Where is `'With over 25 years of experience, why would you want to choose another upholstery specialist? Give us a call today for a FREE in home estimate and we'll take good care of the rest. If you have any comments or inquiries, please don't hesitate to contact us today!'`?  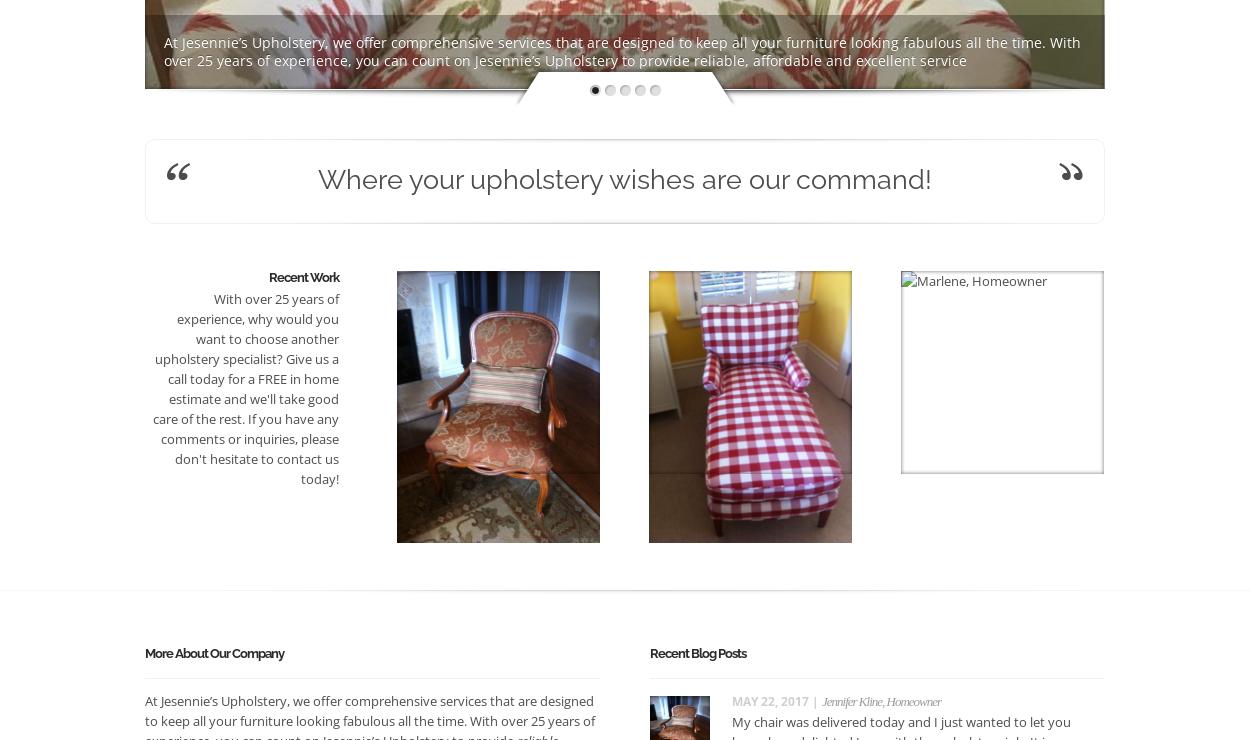
'With over 25 years of experience, why would you want to choose another upholstery specialist? Give us a call today for a FREE in home estimate and we'll take good care of the rest. If you have any comments or inquiries, please don't hesitate to contact us today!' is located at coordinates (245, 388).